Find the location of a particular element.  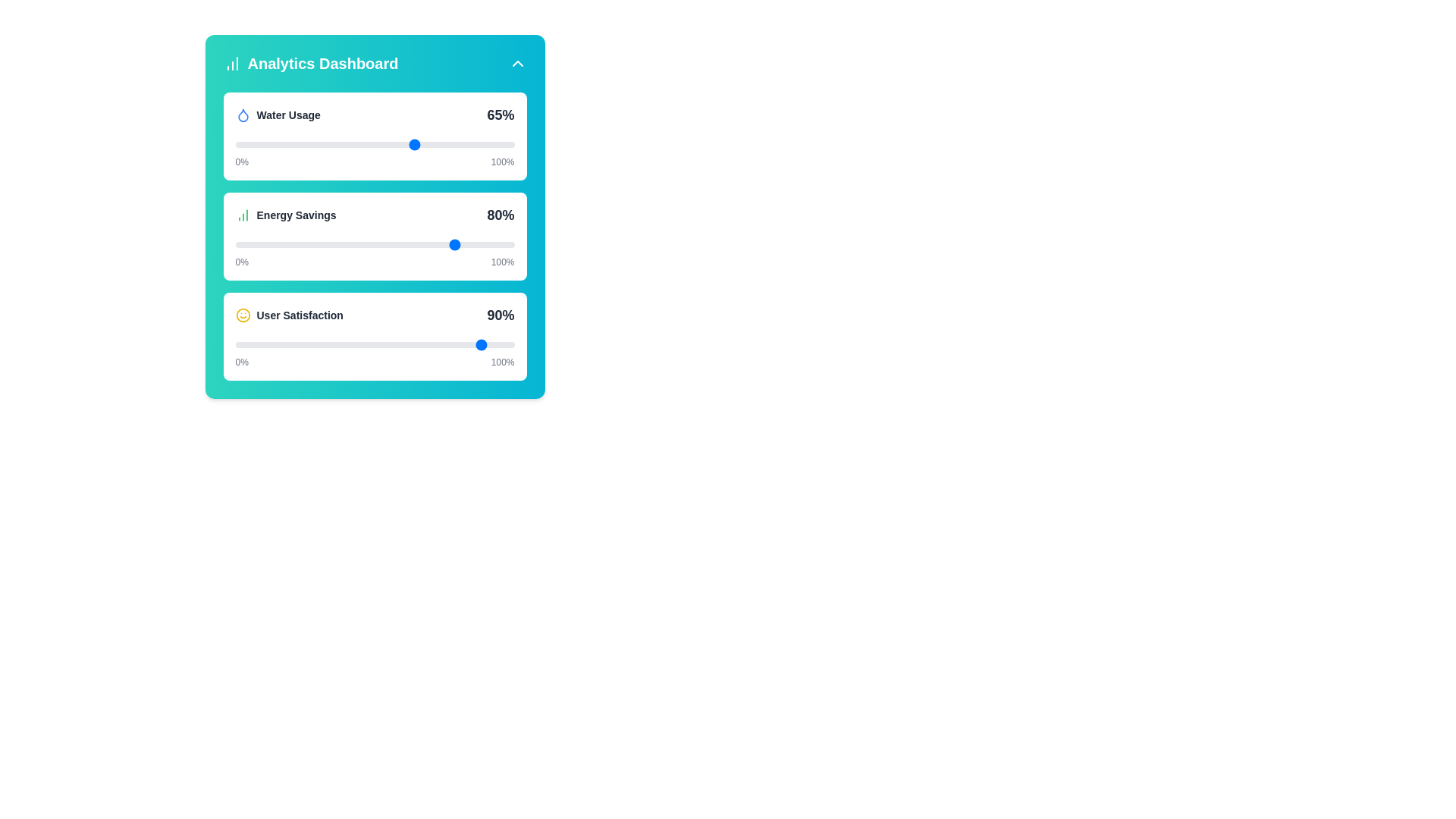

the 'Energy Savings' label with icon, which is styled with a small, bold font and features a green icon symbolizing increasing columns, located centrally in the Analytics Dashboard panel is located at coordinates (286, 215).